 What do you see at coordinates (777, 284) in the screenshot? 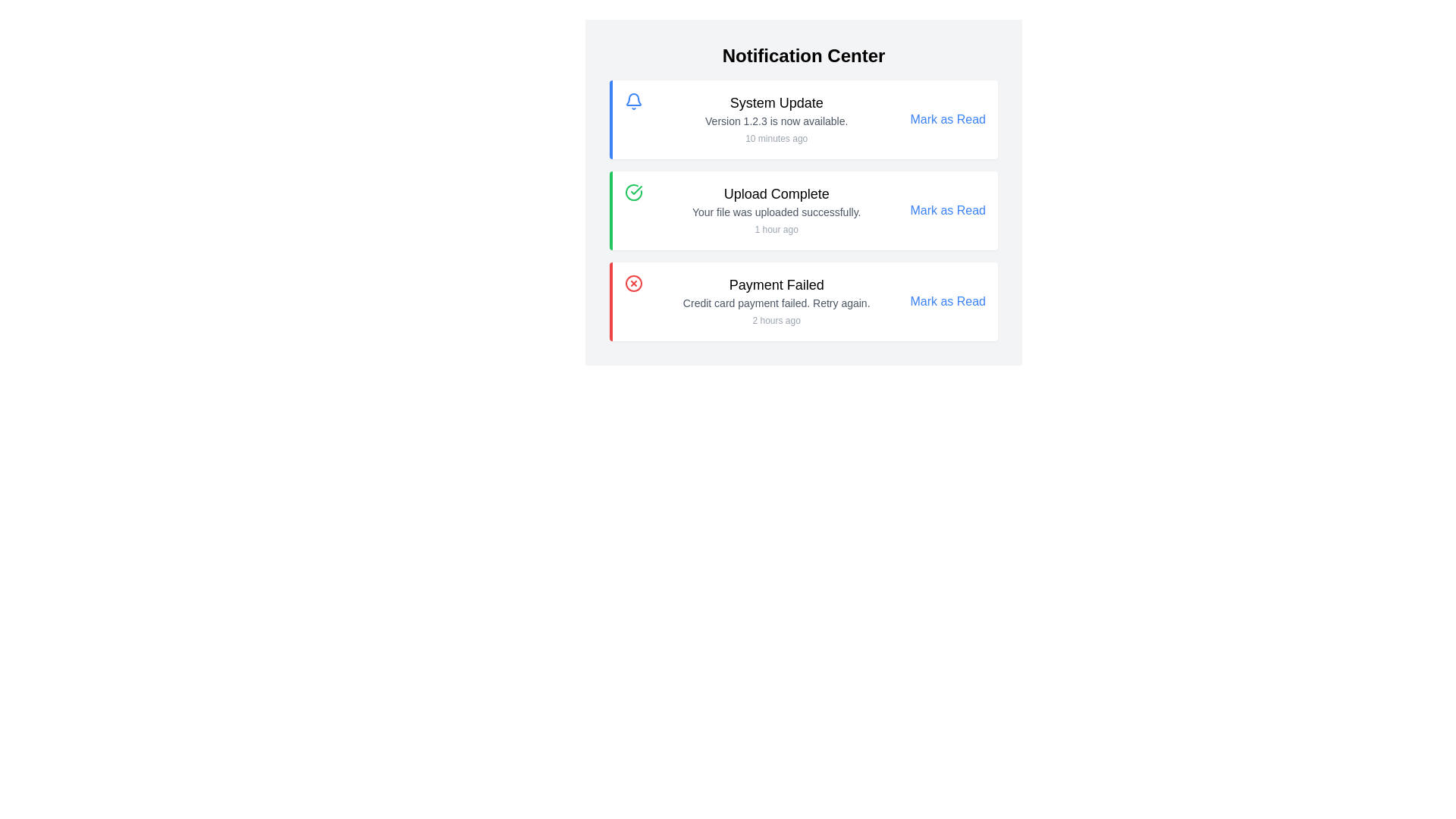
I see `text element displaying 'Payment Failed' which is prominently styled and located within the notification card for a failed payment` at bounding box center [777, 284].